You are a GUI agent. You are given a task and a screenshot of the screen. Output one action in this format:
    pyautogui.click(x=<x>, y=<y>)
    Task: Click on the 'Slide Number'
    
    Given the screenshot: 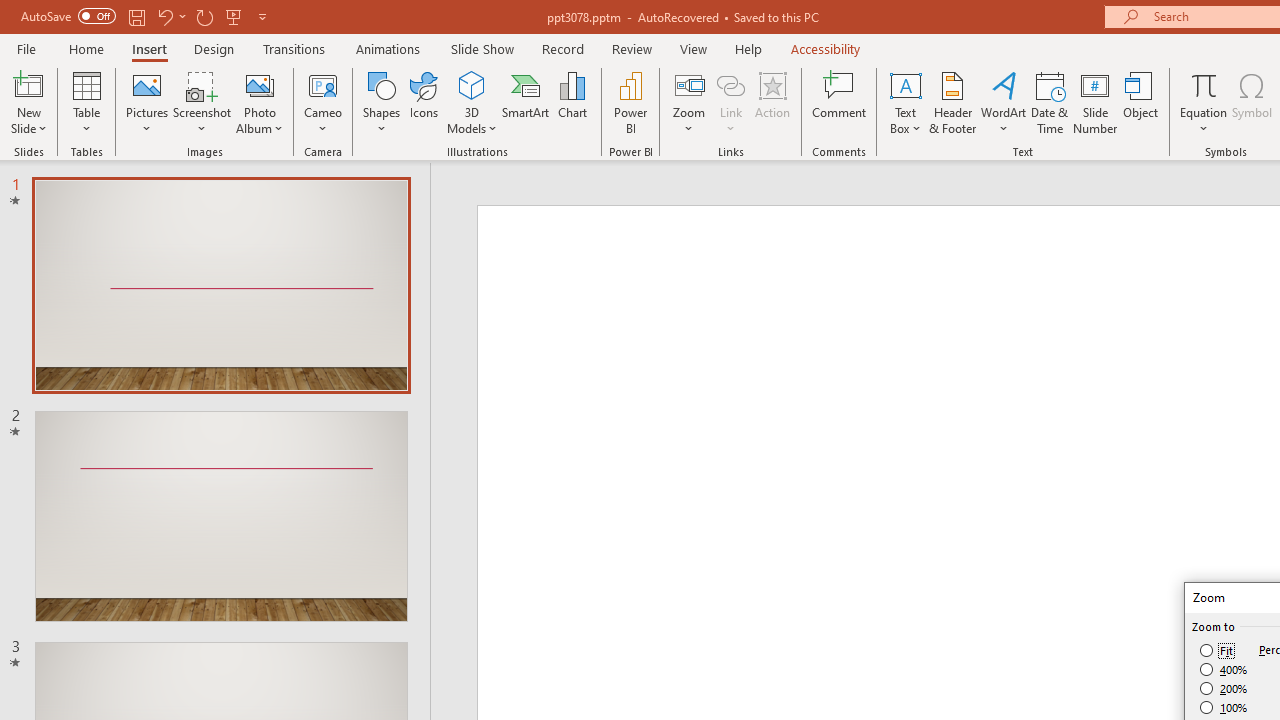 What is the action you would take?
    pyautogui.click(x=1094, y=103)
    